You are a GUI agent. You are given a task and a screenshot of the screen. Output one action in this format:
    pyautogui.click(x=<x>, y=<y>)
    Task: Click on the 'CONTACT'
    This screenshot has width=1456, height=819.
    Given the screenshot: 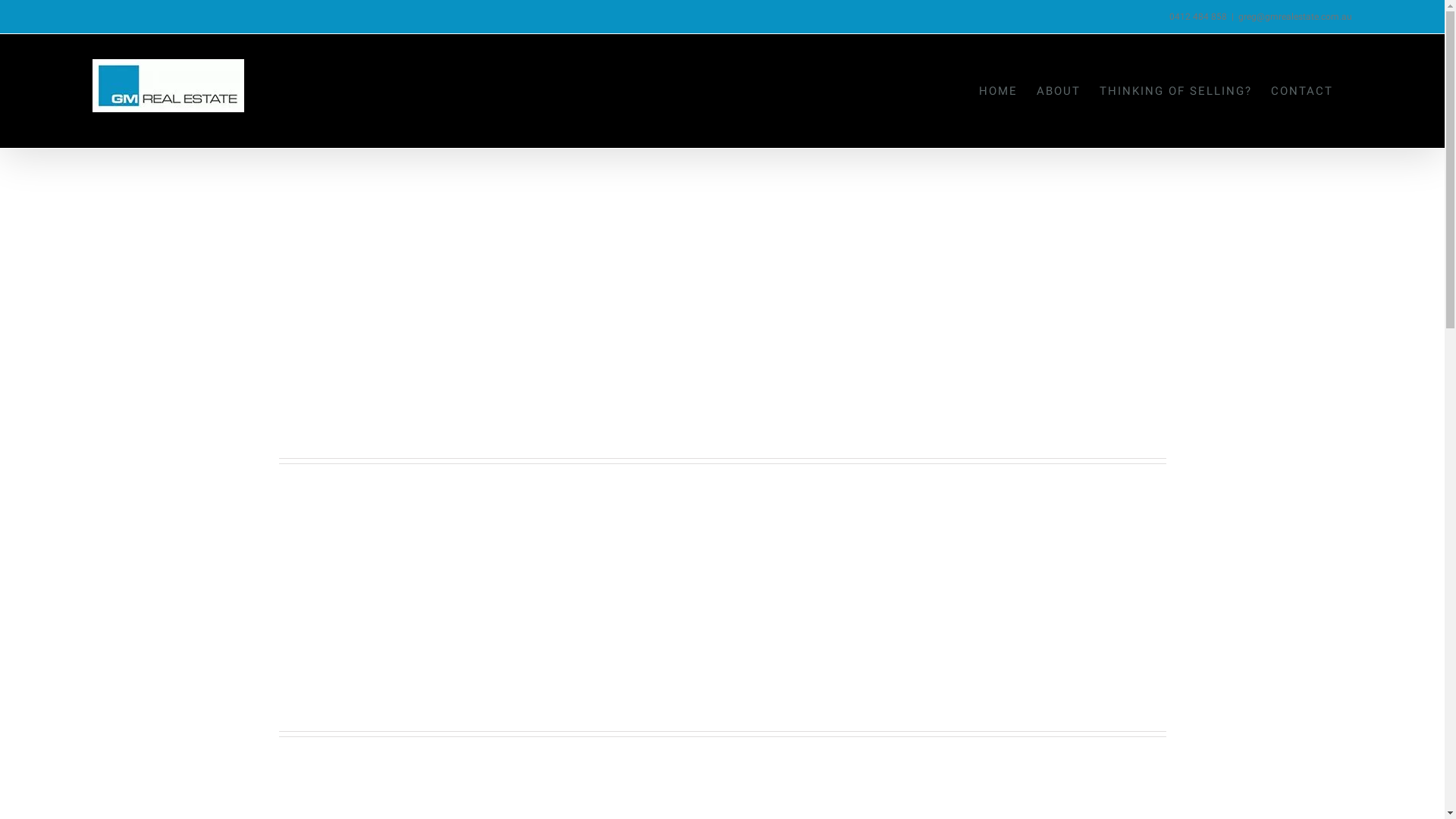 What is the action you would take?
    pyautogui.click(x=1301, y=90)
    